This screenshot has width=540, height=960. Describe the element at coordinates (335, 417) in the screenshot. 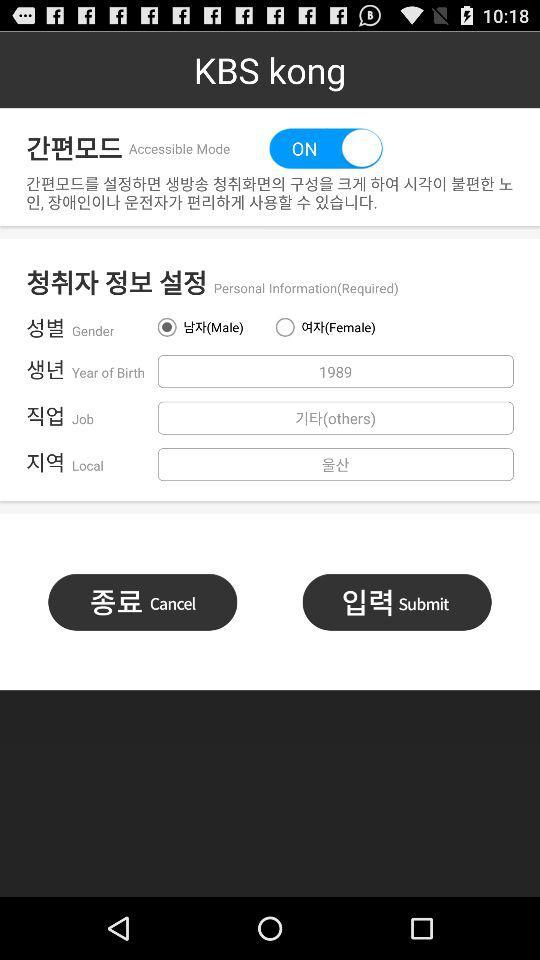

I see `app to the right of the job` at that location.